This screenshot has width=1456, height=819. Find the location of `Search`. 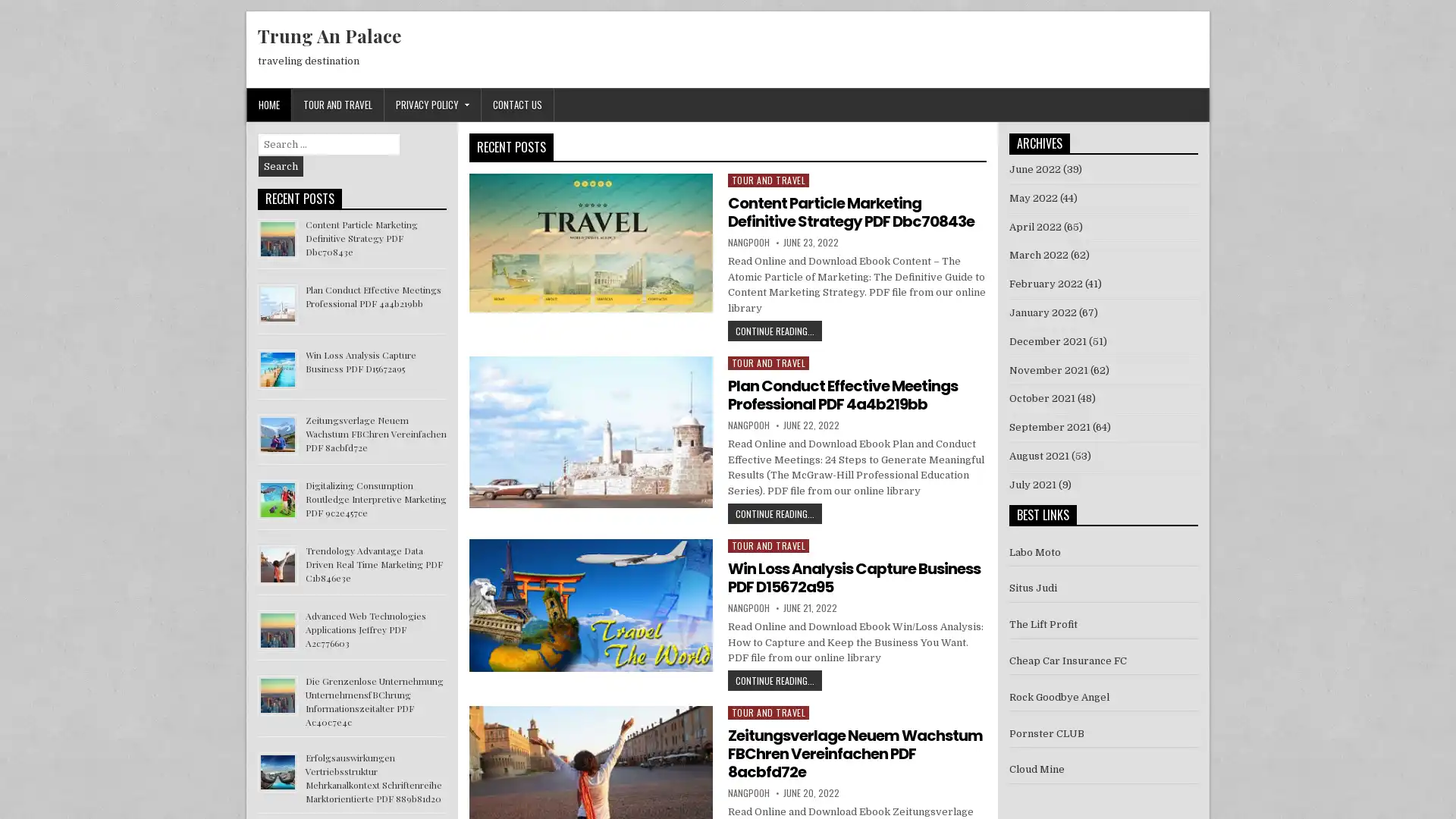

Search is located at coordinates (281, 166).